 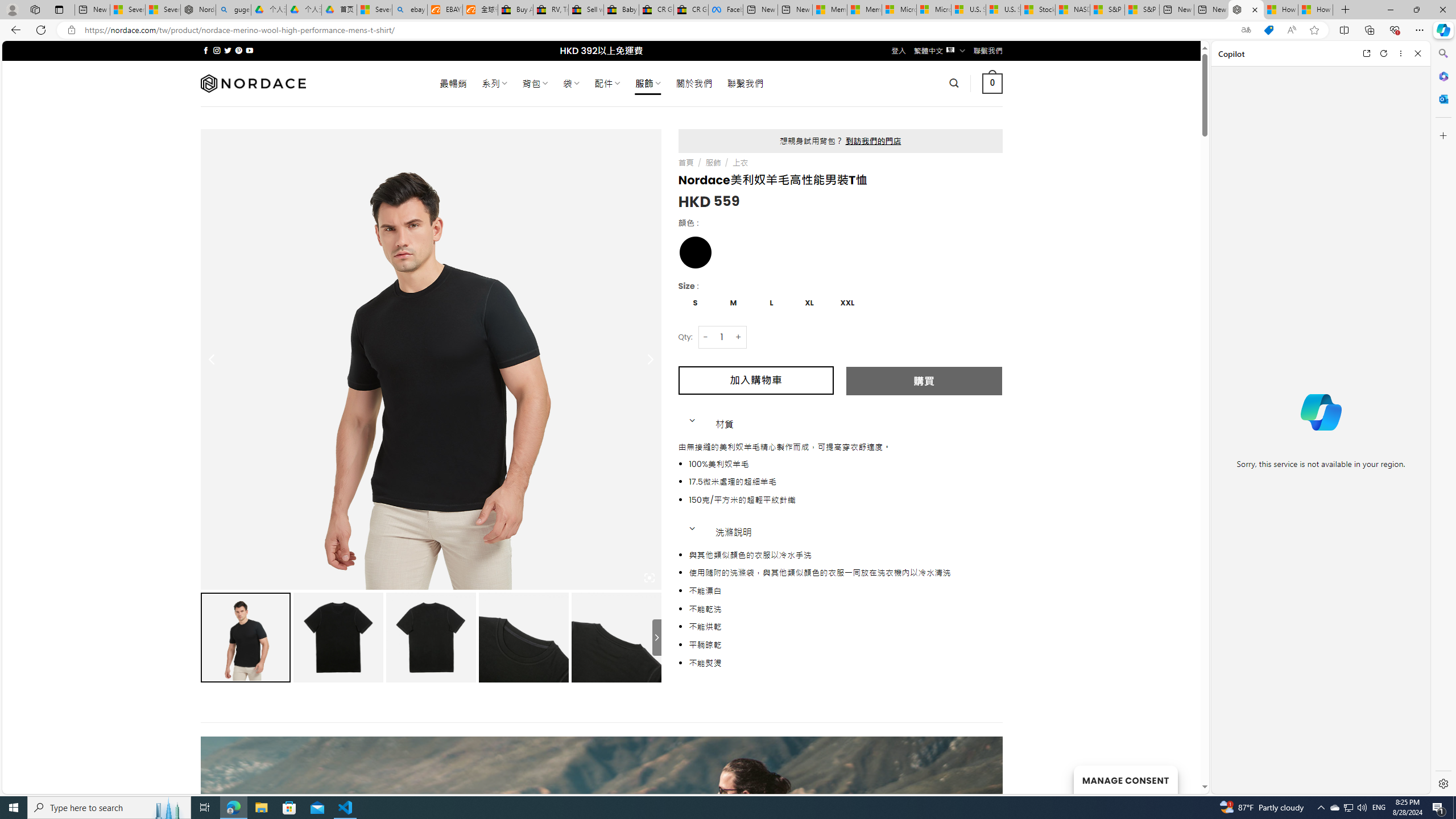 I want to click on 'How to Use a Monitor With Your Closed Laptop', so click(x=1314, y=9).